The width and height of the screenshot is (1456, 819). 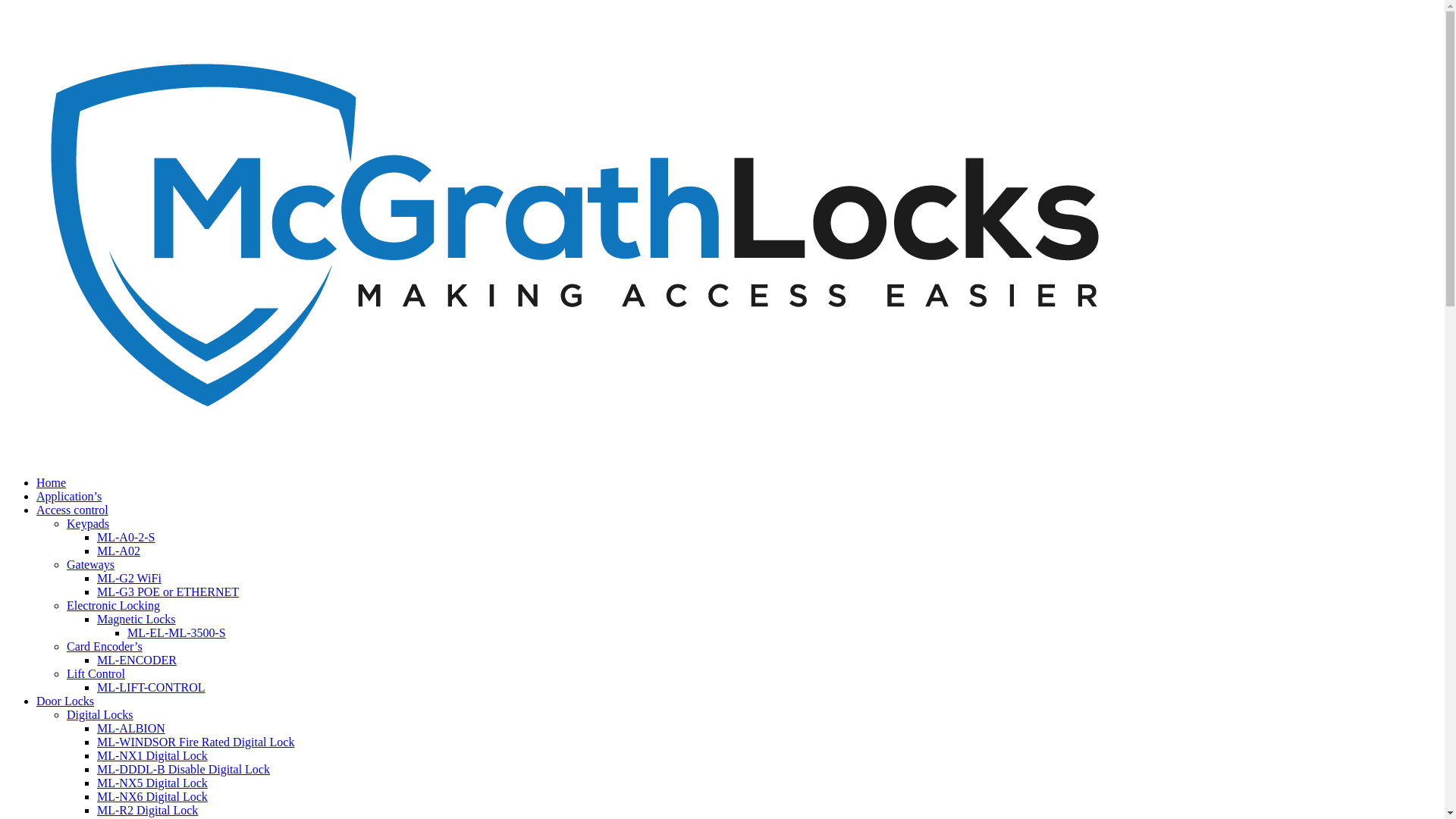 What do you see at coordinates (136, 619) in the screenshot?
I see `'Magnetic Locks'` at bounding box center [136, 619].